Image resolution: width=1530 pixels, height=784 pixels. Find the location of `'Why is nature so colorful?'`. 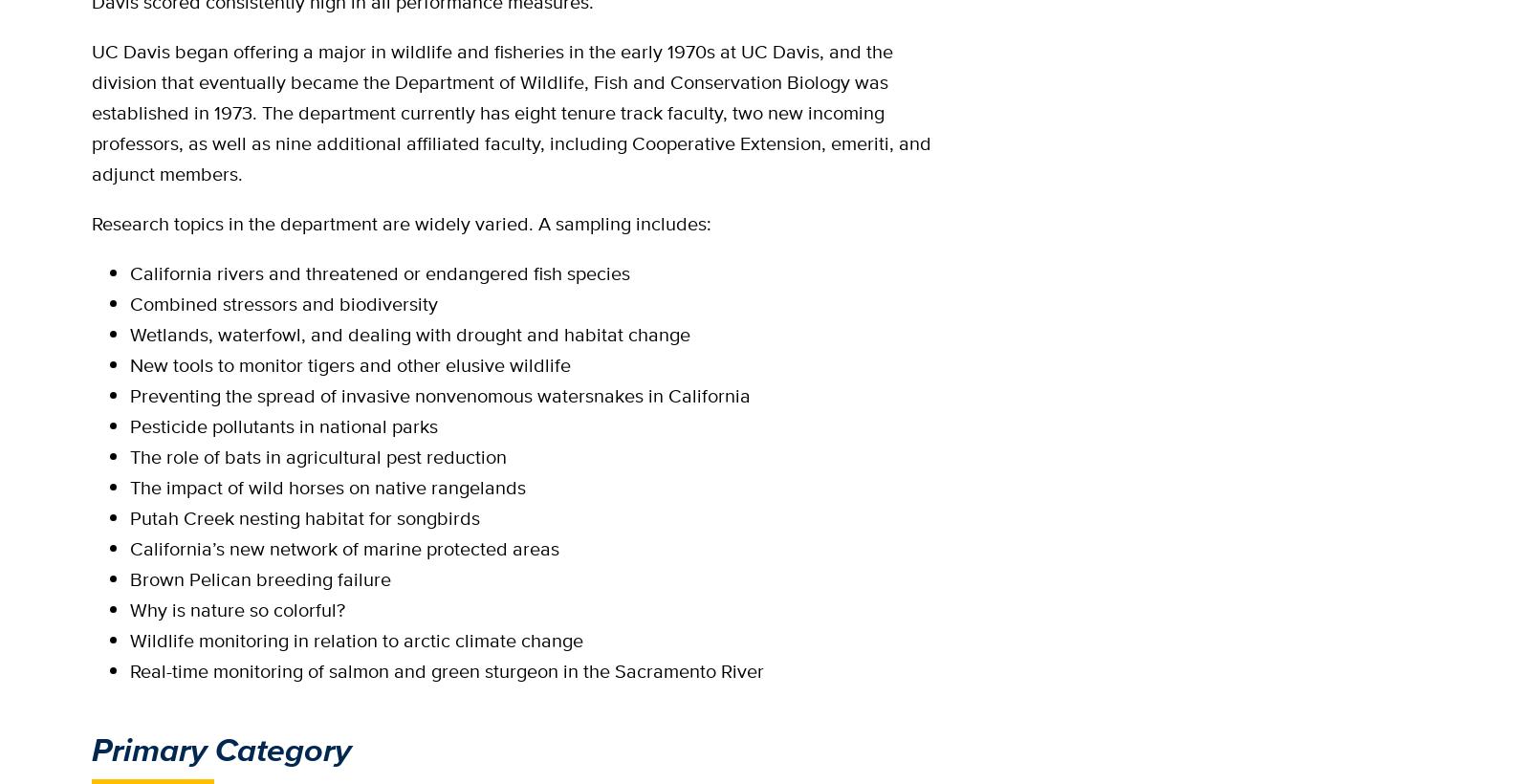

'Why is nature so colorful?' is located at coordinates (129, 608).